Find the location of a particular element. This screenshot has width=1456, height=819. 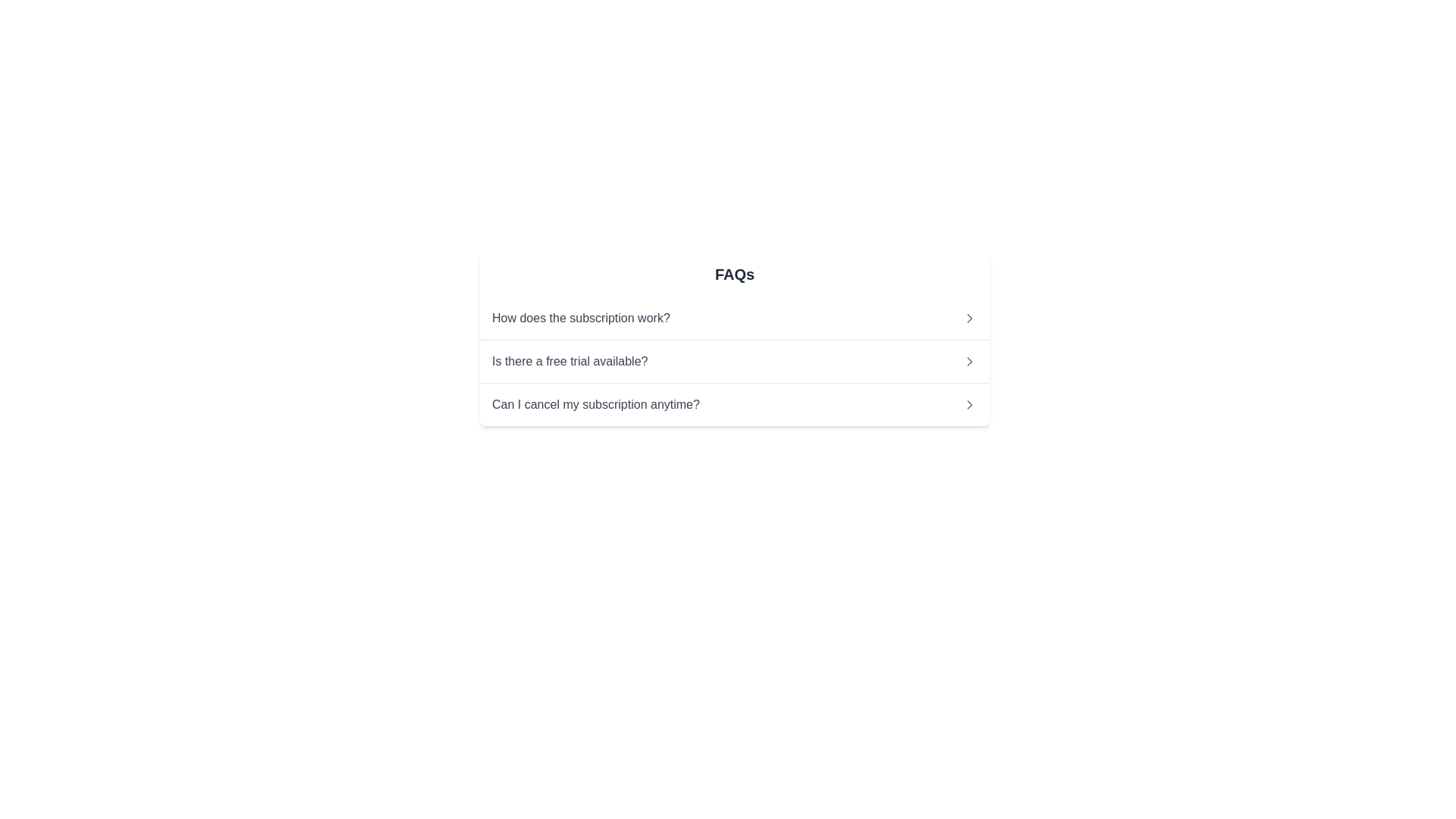

the second clickable FAQ item located centrally in the FAQ section is located at coordinates (735, 362).